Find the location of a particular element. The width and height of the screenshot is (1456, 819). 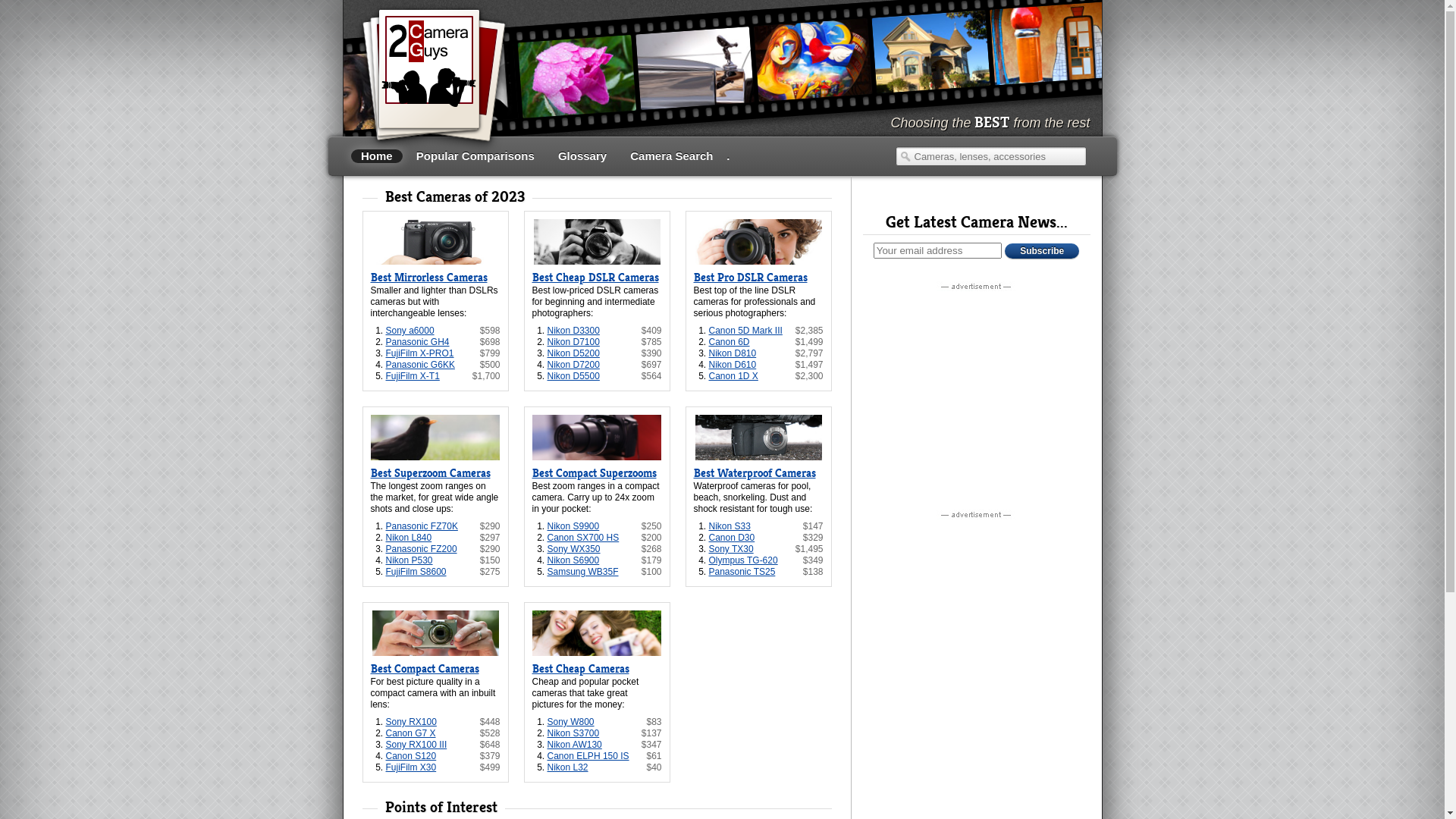

'Sony RX100' is located at coordinates (410, 721).